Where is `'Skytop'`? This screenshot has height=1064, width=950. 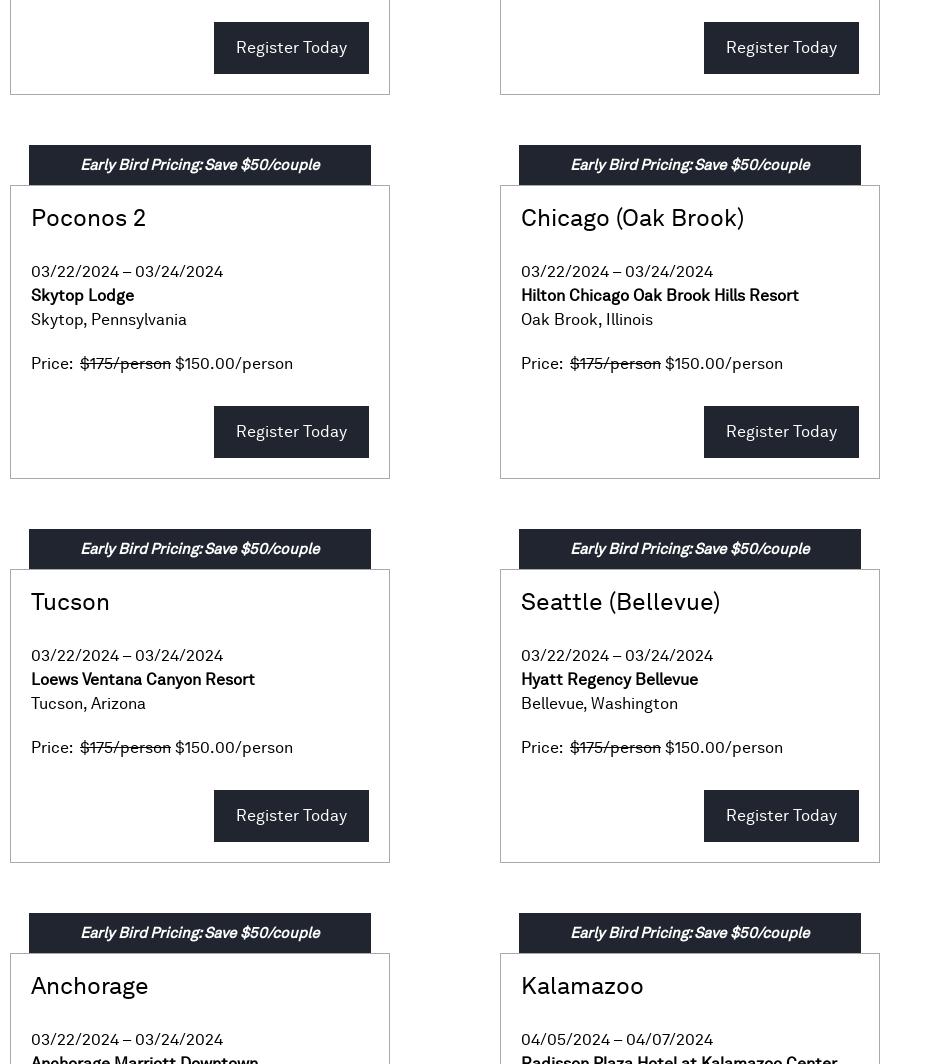 'Skytop' is located at coordinates (57, 319).